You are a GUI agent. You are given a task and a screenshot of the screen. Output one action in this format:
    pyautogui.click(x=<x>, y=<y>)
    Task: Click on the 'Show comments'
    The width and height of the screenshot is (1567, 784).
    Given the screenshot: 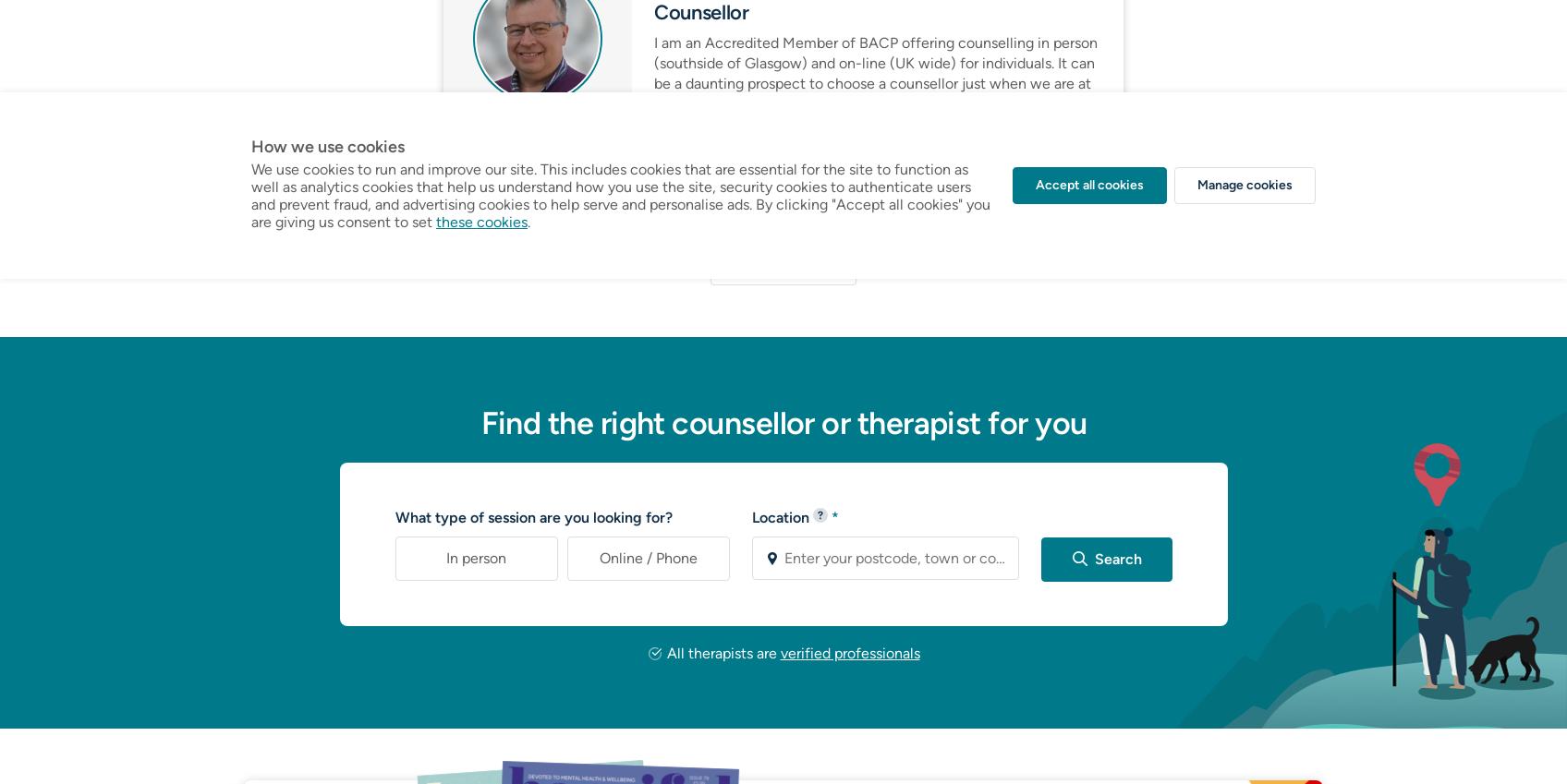 What is the action you would take?
    pyautogui.click(x=733, y=264)
    